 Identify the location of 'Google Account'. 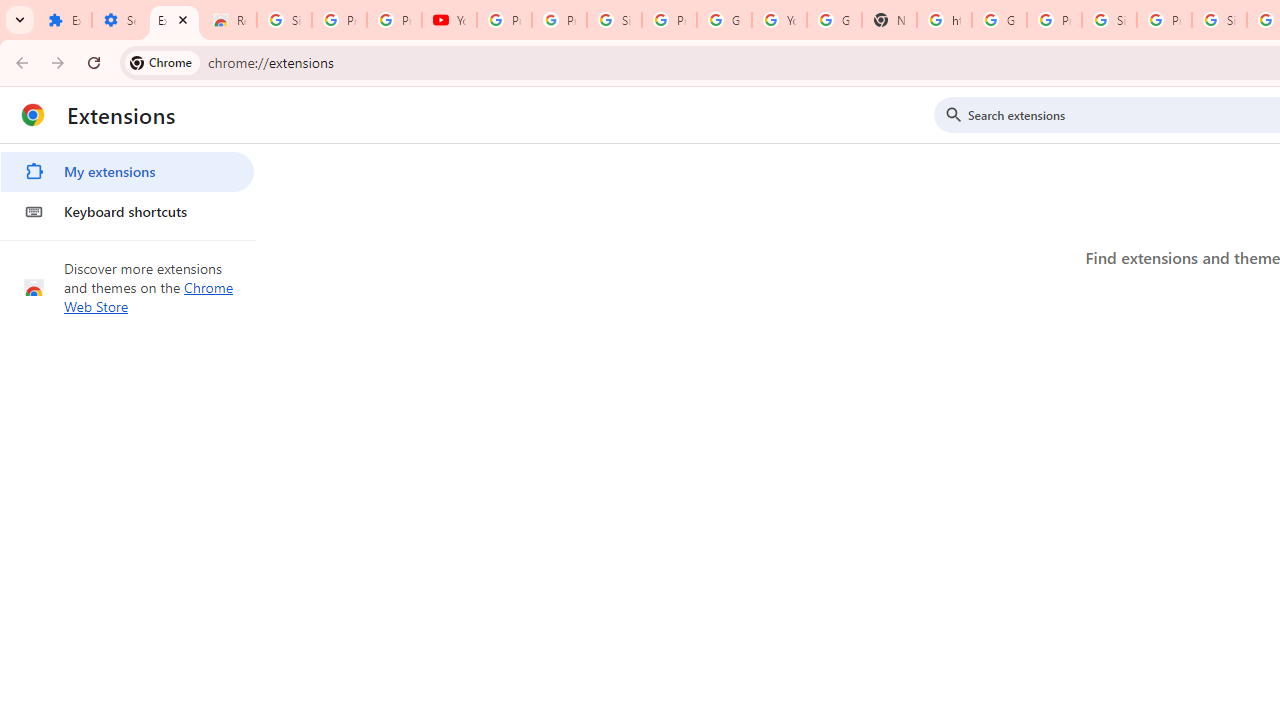
(724, 20).